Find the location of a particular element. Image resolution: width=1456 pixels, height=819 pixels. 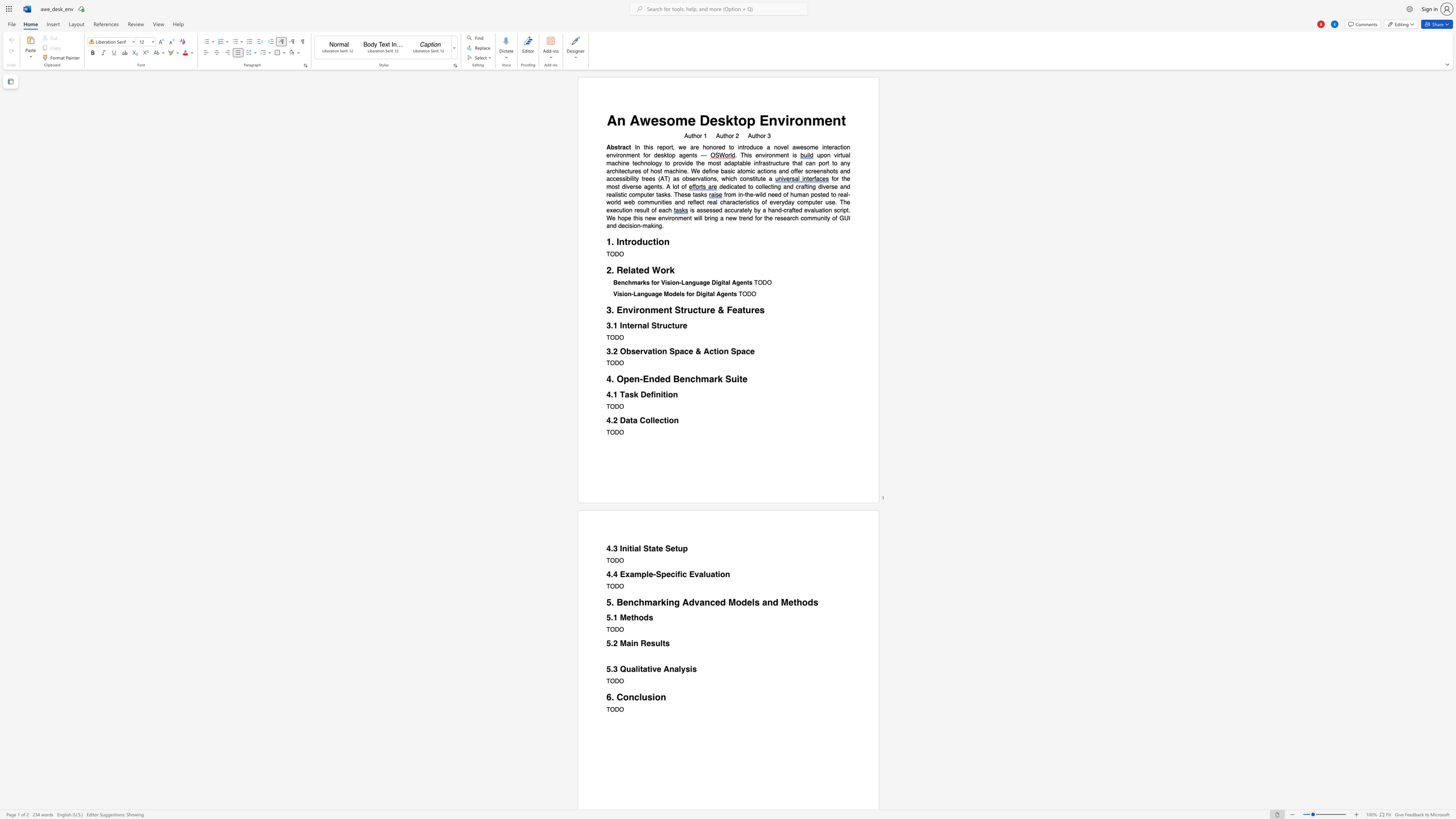

the 2th character "n" in the text is located at coordinates (726, 218).